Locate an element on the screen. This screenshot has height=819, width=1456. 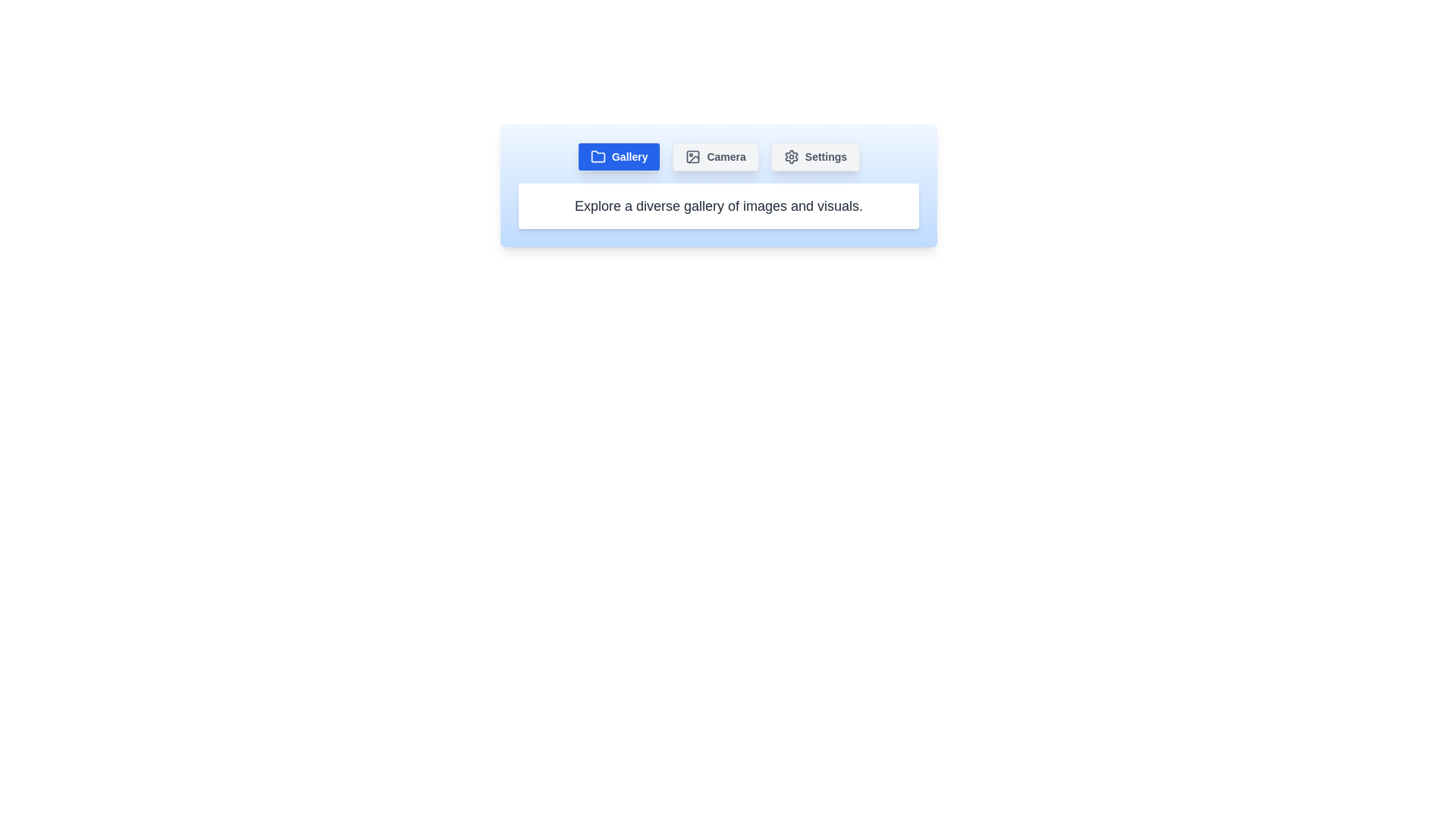
the middle button in the horizontal group of three buttons is located at coordinates (715, 157).